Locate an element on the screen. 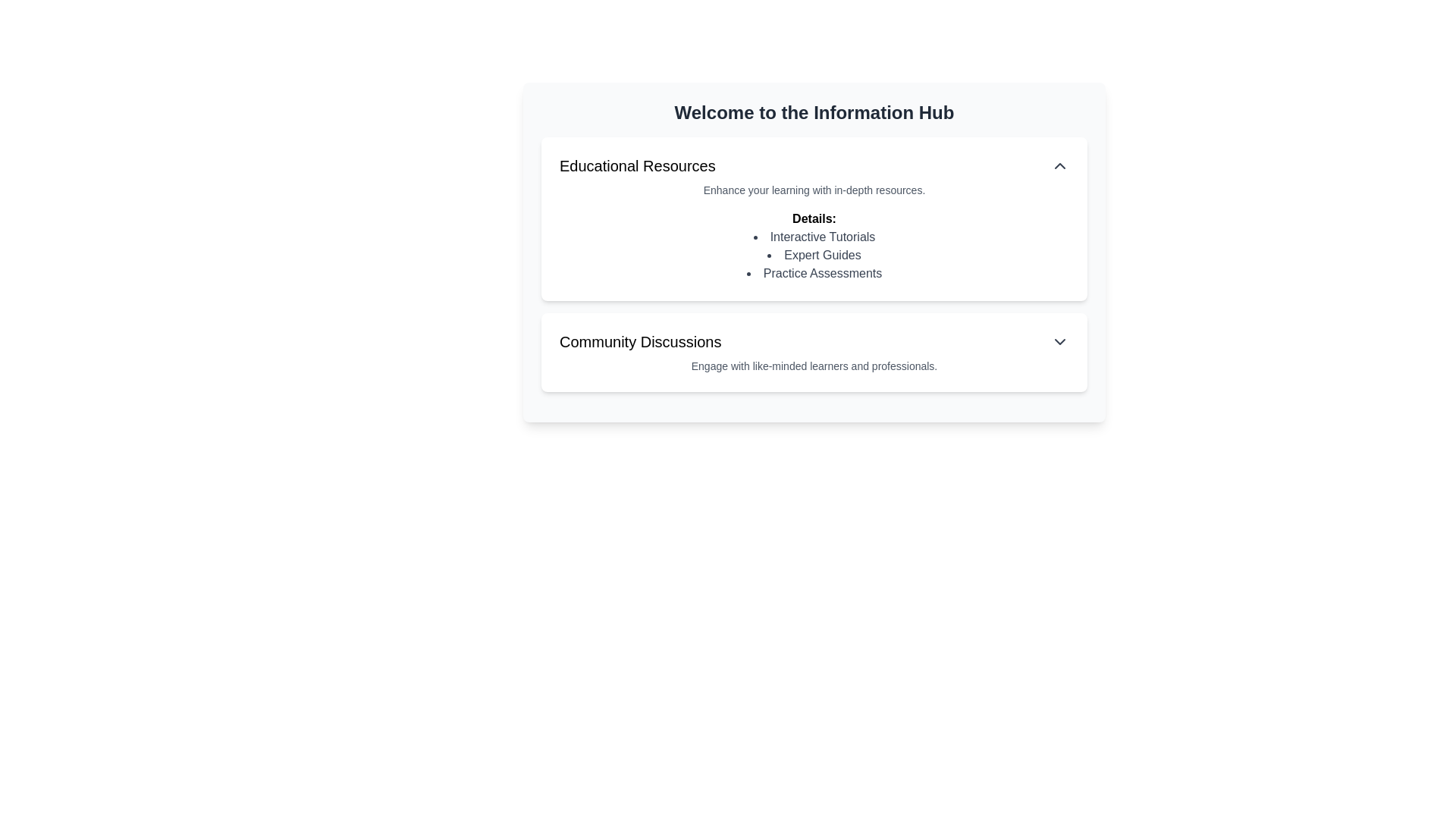 The height and width of the screenshot is (819, 1456). the Text Label that serves as the title for the list of items in the 'Educational Resources' panel, located under the 'Welcome to the Information Hub' header is located at coordinates (814, 219).